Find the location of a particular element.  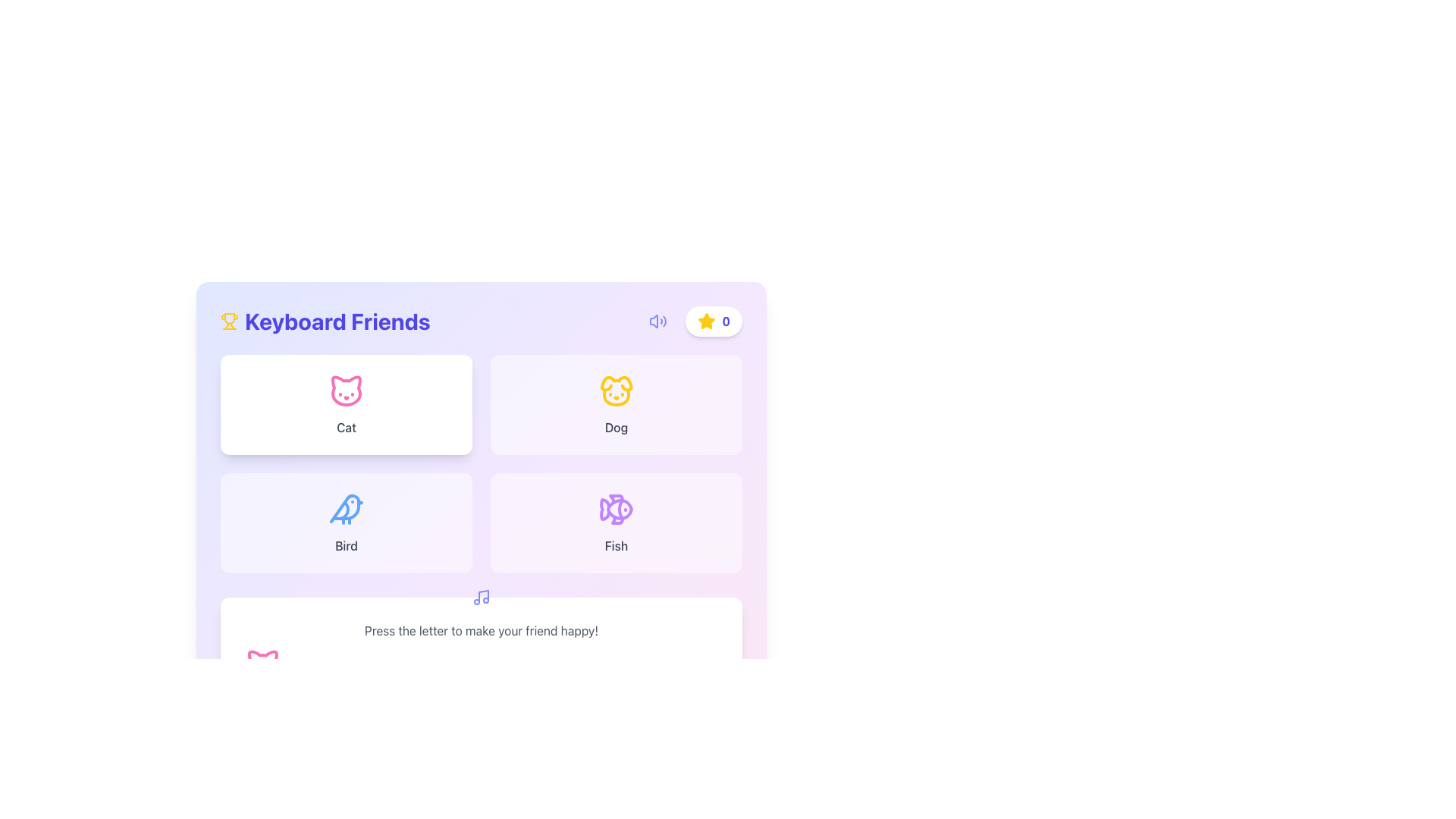

the volume control icon in the UI header, located in the top-right corner is located at coordinates (654, 321).